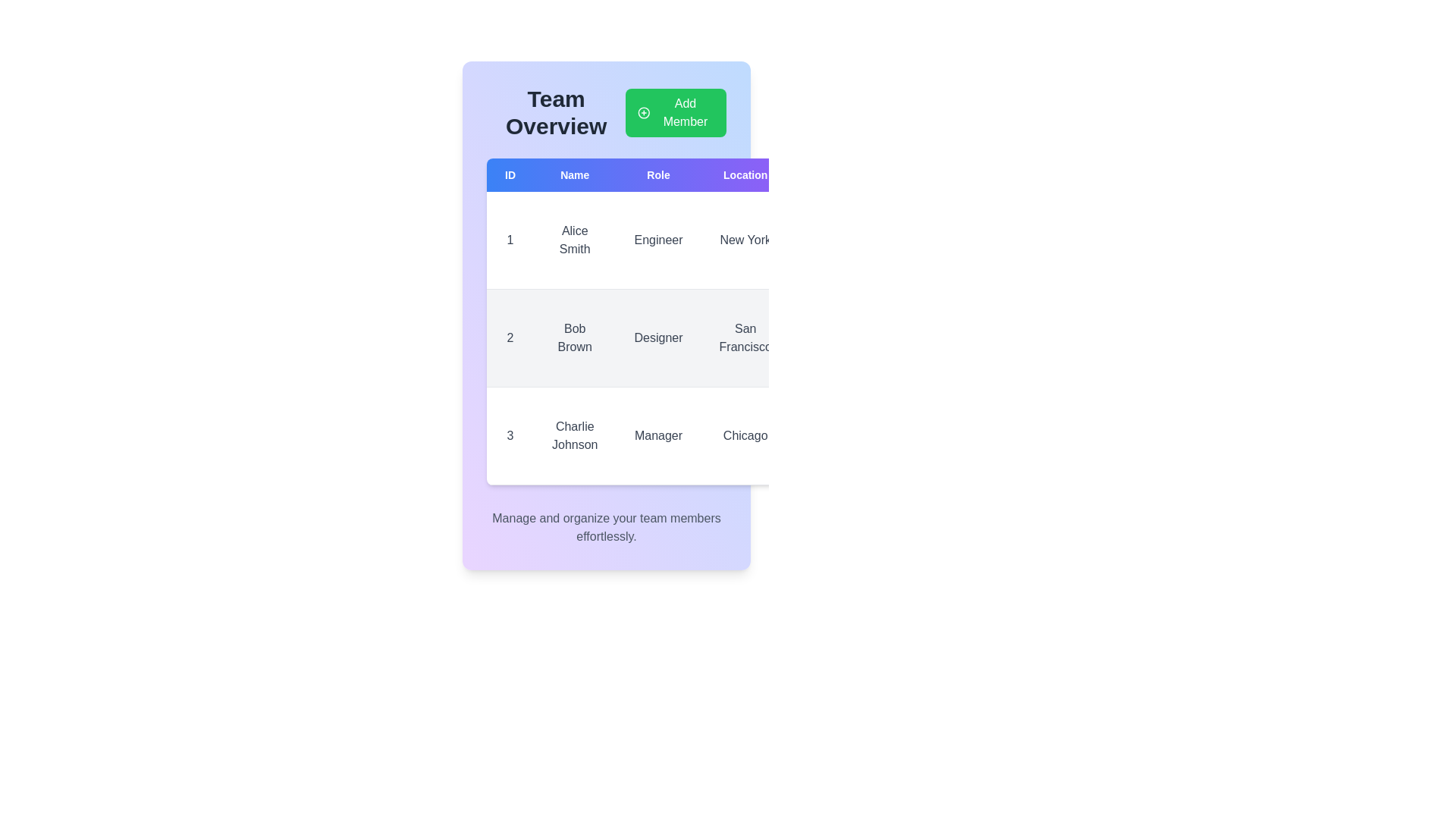 This screenshot has width=1456, height=819. Describe the element at coordinates (574, 240) in the screenshot. I see `displayed text of the Text Label that shows the name of the individual in the first visible row of the table, positioned between the ID column and the Role detailing column` at that location.